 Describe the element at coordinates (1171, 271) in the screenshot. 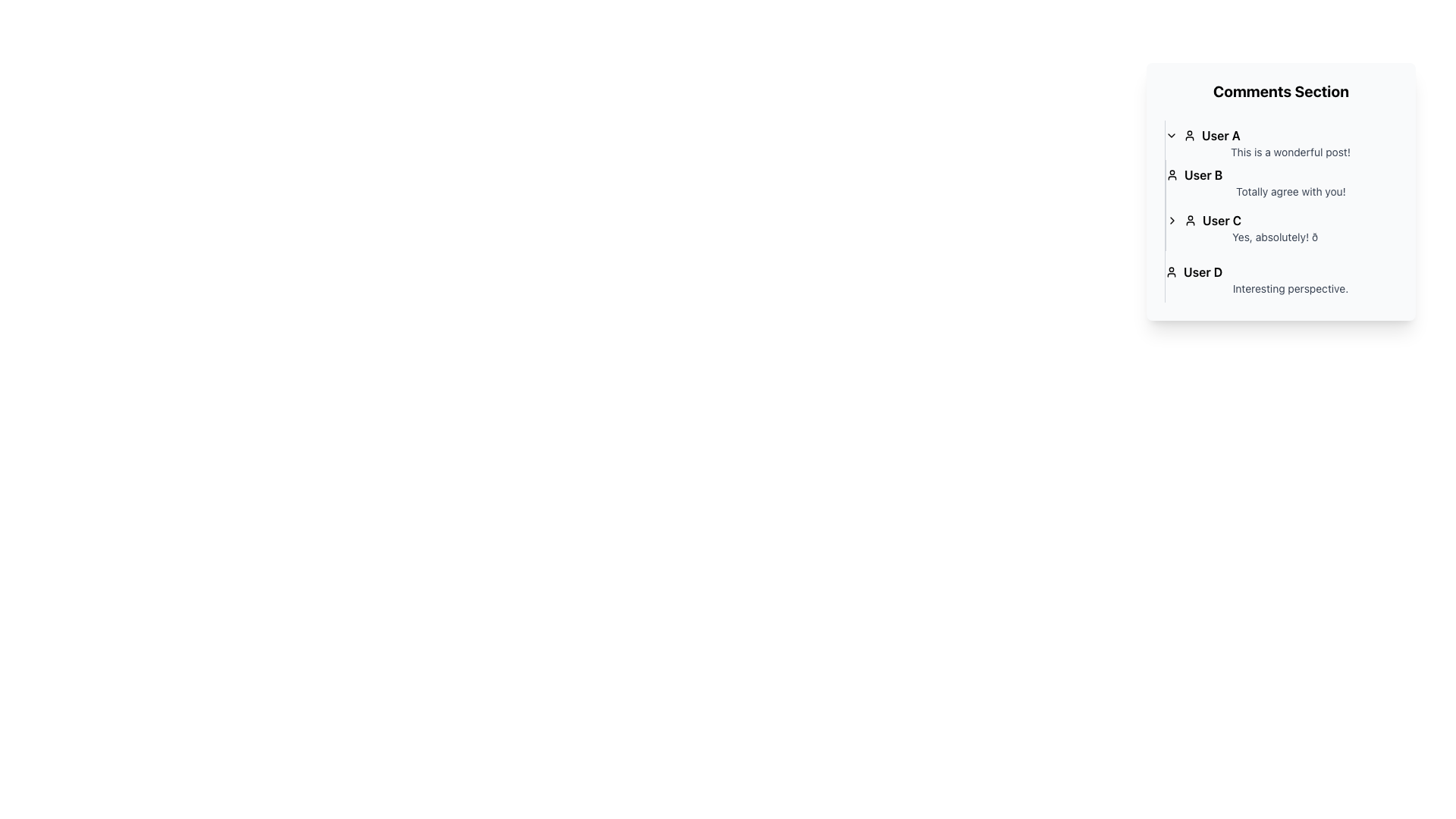

I see `the user icon that depicts a circular head and simplified body representation, located to the left of the text 'User D' in the Comments Section` at that location.